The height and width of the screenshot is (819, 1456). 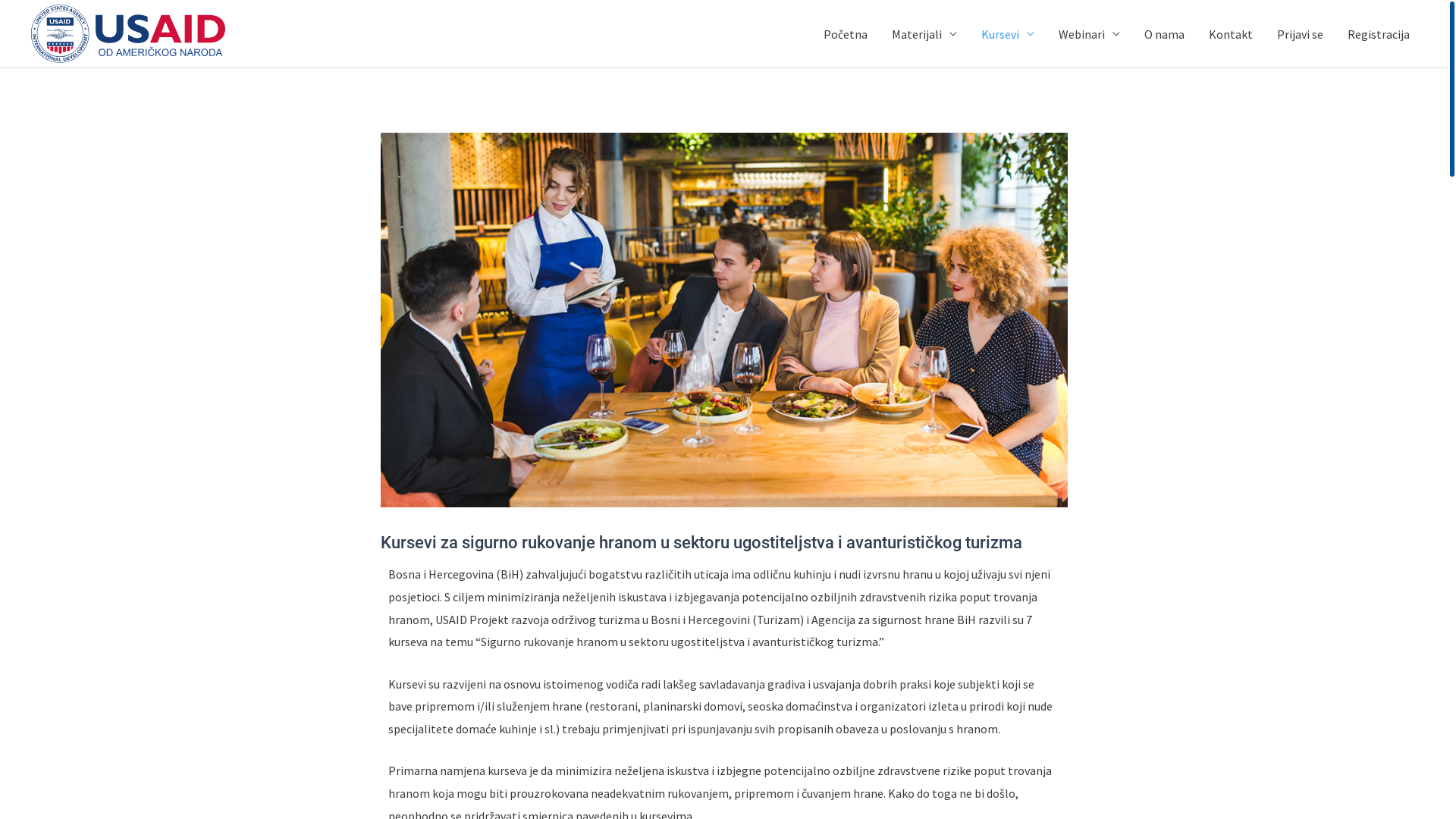 What do you see at coordinates (1299, 33) in the screenshot?
I see `'Prijavi se'` at bounding box center [1299, 33].